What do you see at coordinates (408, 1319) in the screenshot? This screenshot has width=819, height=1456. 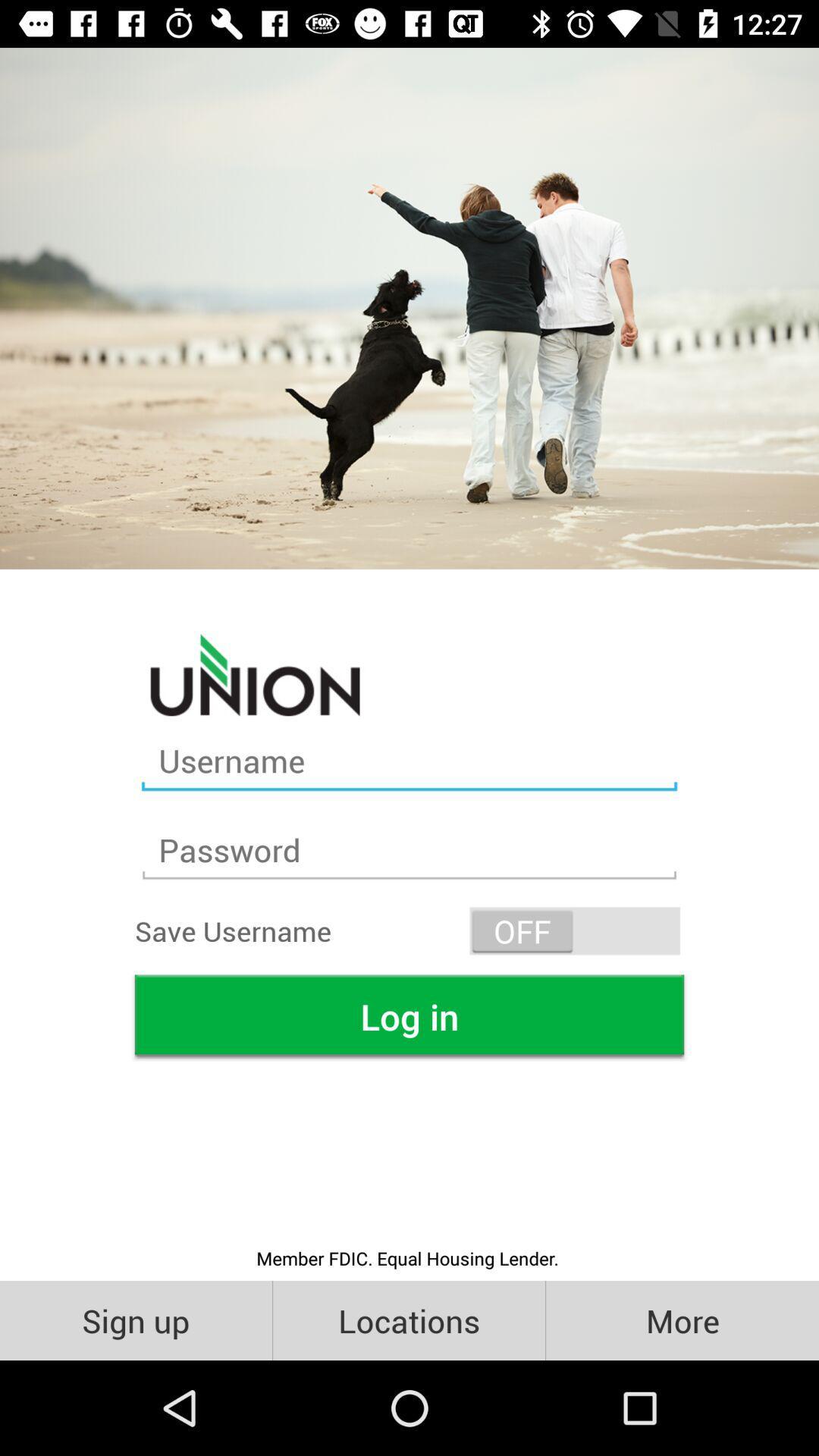 I see `the item to the right of sign up icon` at bounding box center [408, 1319].